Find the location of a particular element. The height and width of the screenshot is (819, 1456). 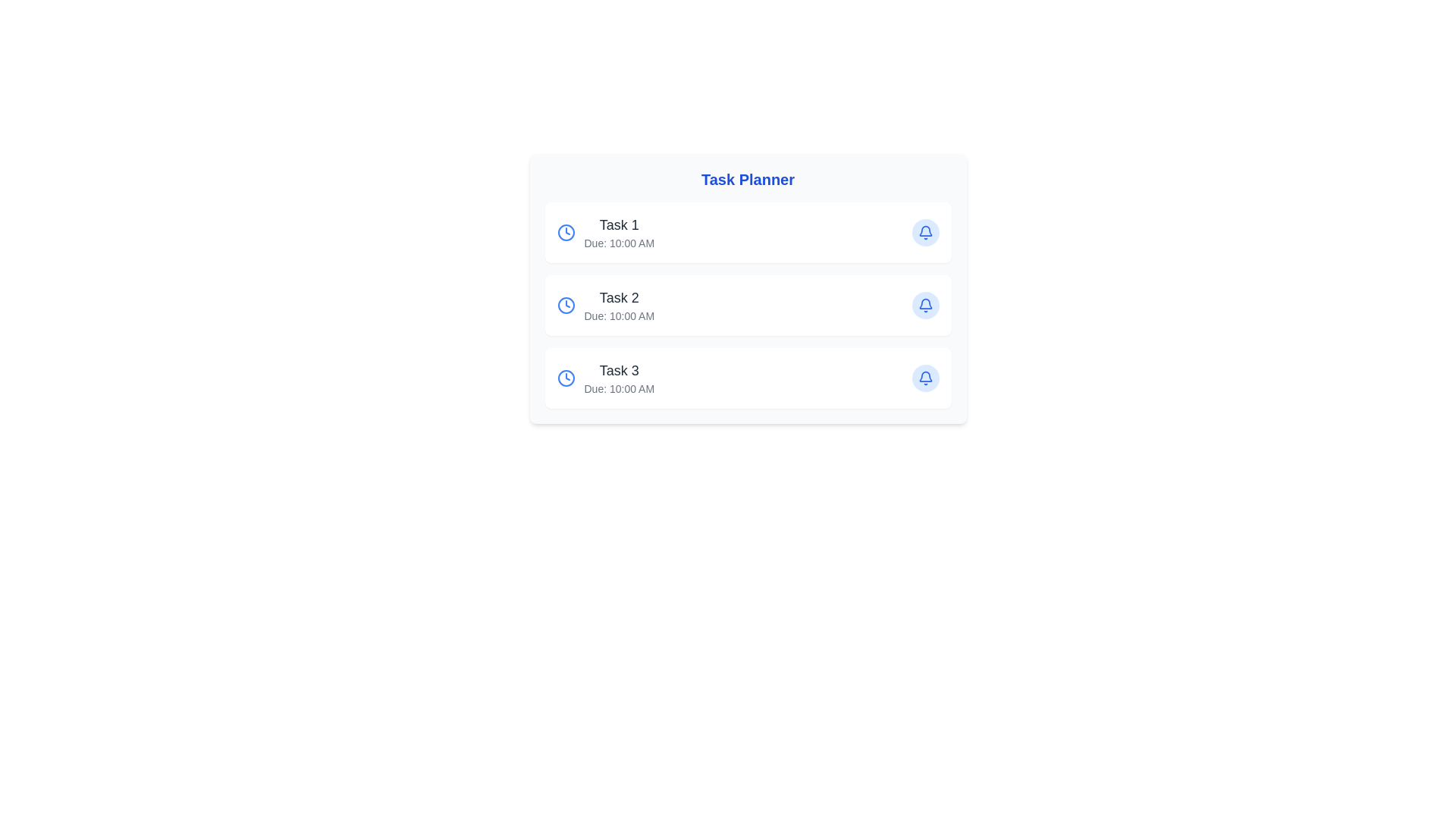

the vibrant blue clock icon next to the 'Task 2' label in the card layout is located at coordinates (565, 305).